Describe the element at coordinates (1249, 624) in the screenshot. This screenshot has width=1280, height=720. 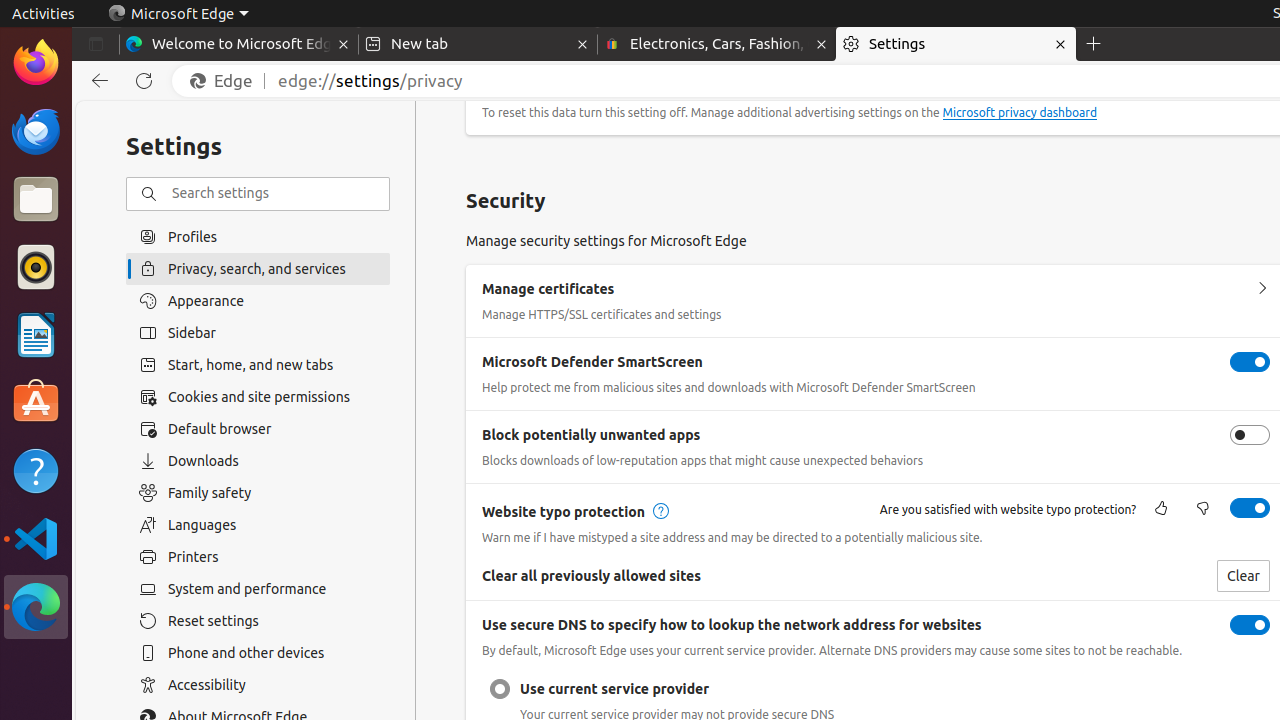
I see `'Use secure DNS to specify how to lookup the network address for websites'` at that location.